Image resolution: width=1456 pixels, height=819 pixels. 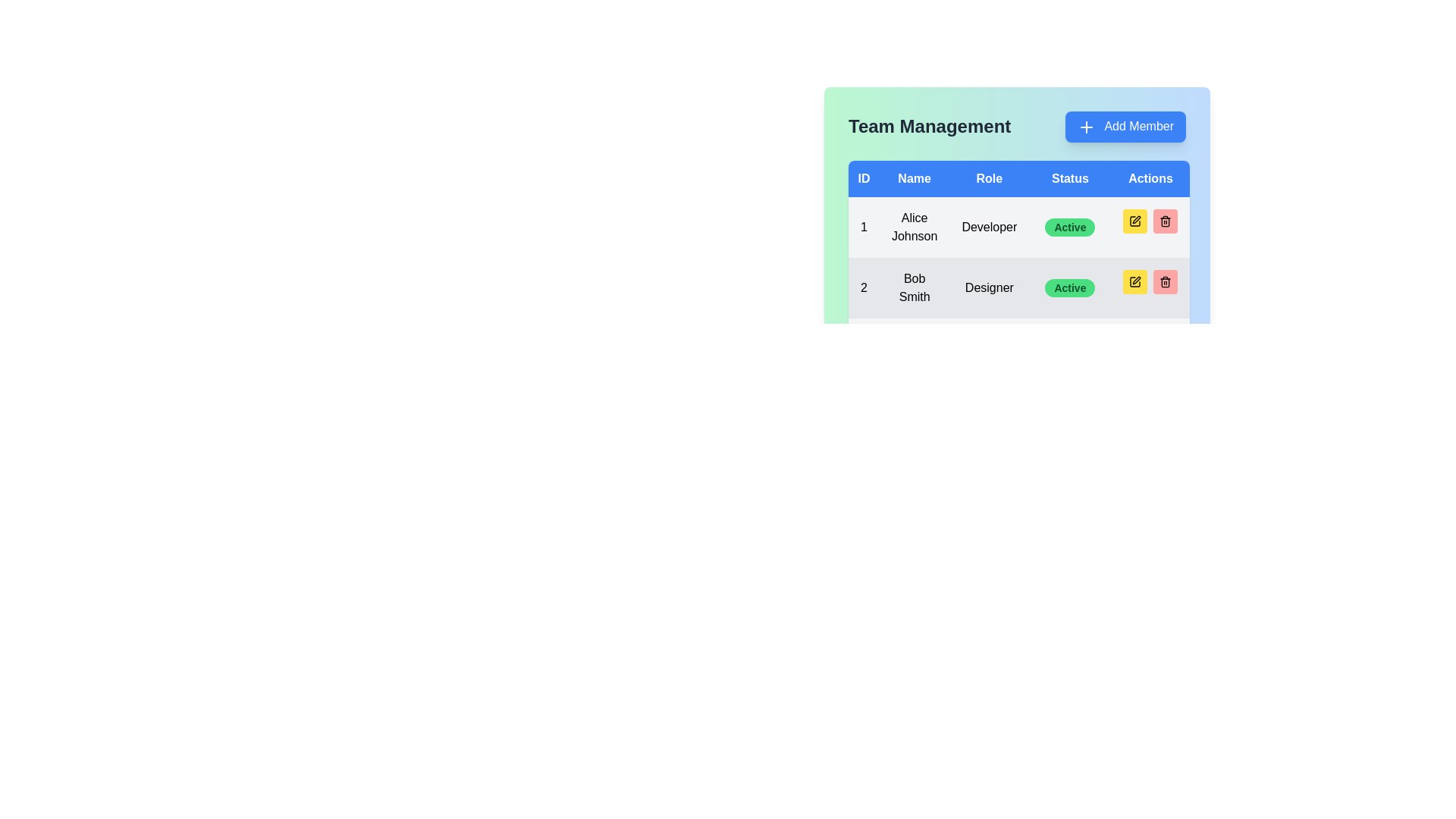 I want to click on the text label displaying 'Bob Smith' in the second row of the table under the 'Name' column, so click(x=914, y=287).